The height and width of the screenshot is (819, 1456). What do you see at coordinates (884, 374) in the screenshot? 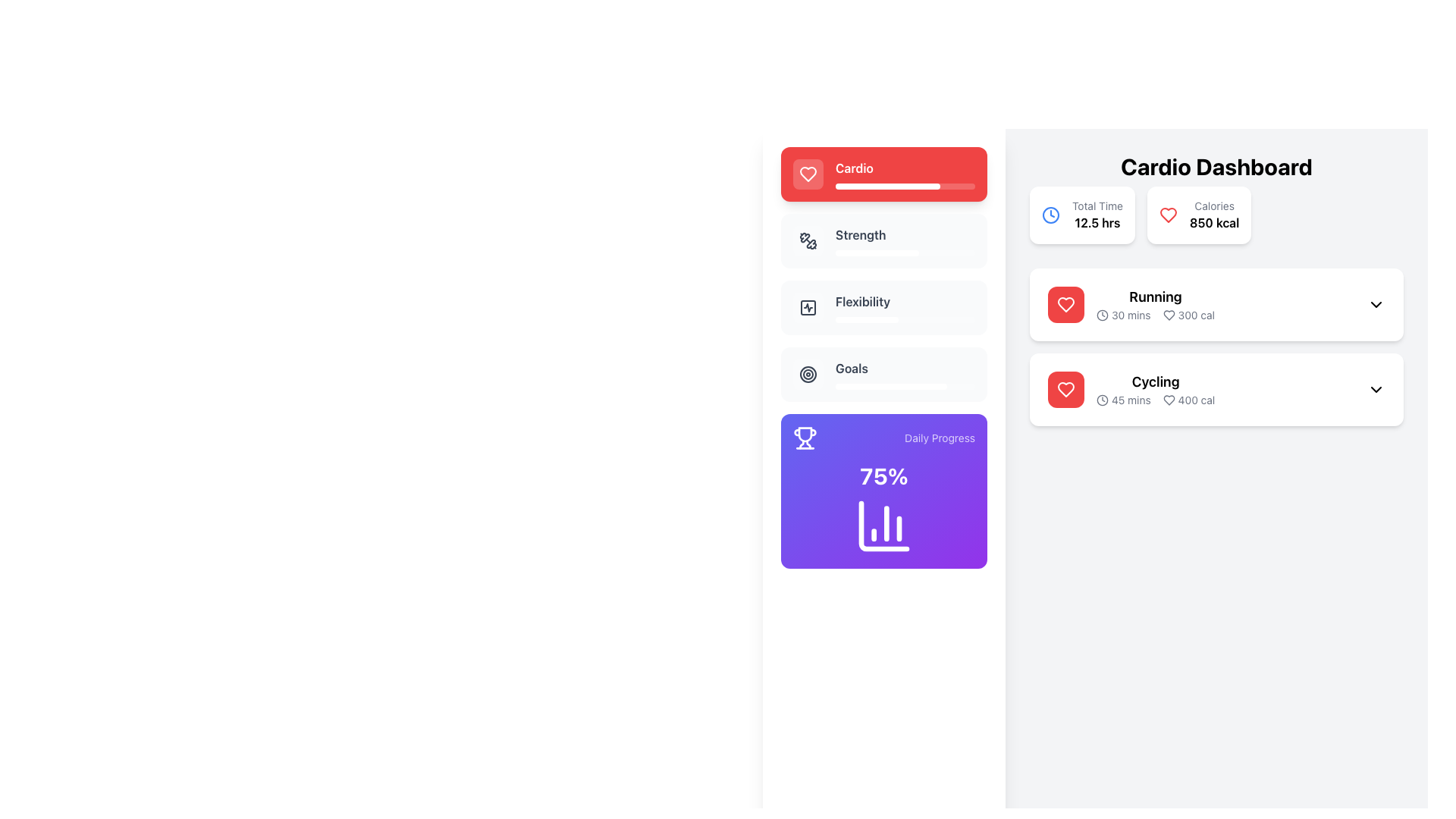
I see `the navigation component that is the third item in the vertical menu, following 'Strength' and 'Flexibility', and preceding 'Daily Progress' for keyboard navigation` at bounding box center [884, 374].